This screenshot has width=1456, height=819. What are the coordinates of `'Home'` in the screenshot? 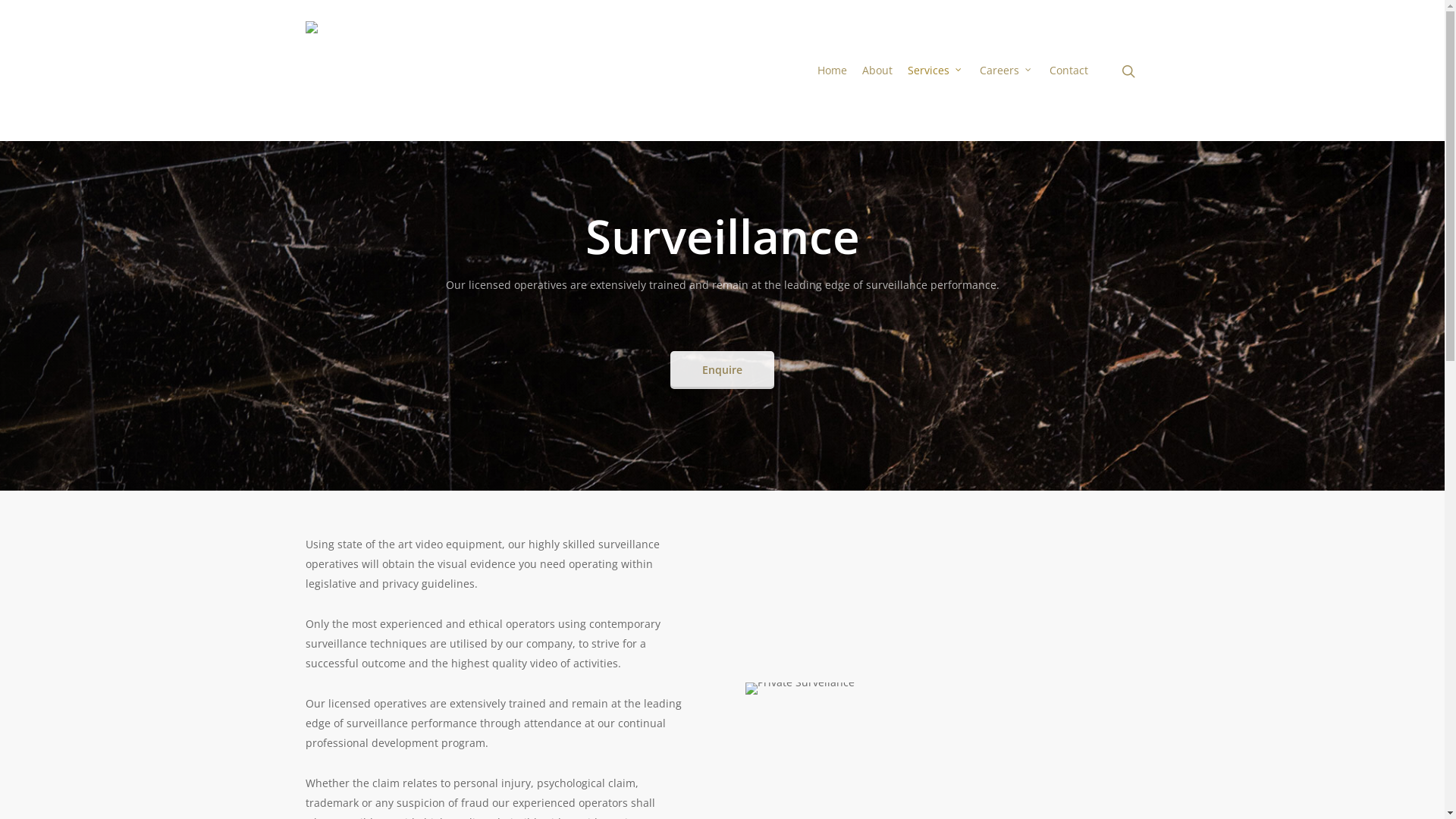 It's located at (831, 70).